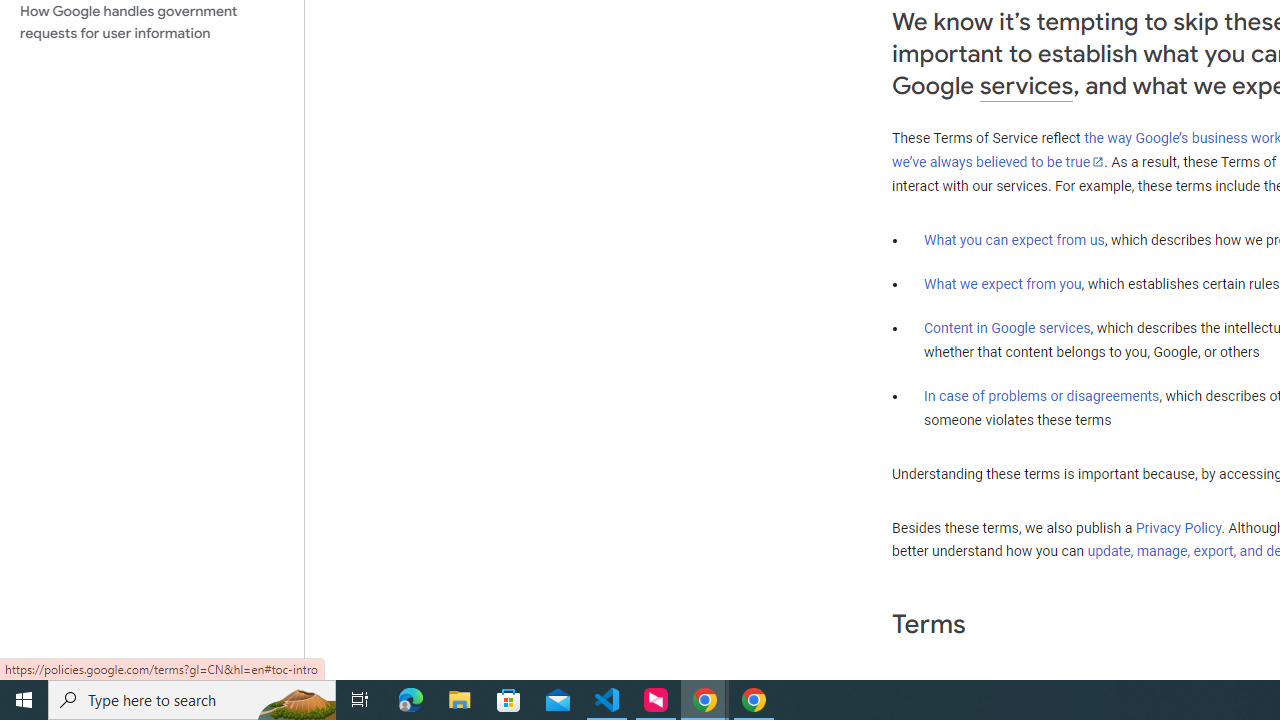  What do you see at coordinates (1178, 527) in the screenshot?
I see `'Privacy Policy'` at bounding box center [1178, 527].